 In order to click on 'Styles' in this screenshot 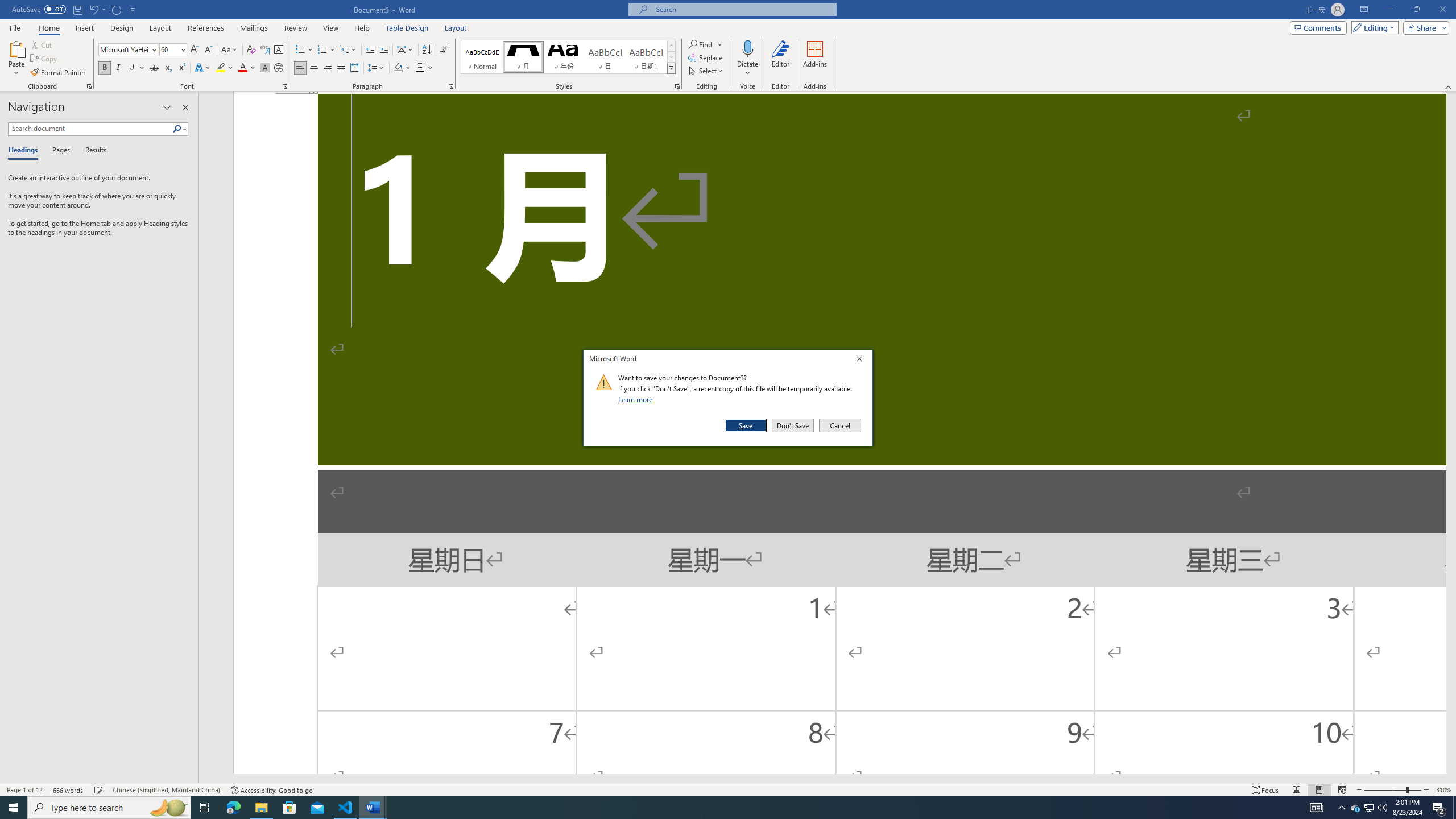, I will do `click(671, 67)`.